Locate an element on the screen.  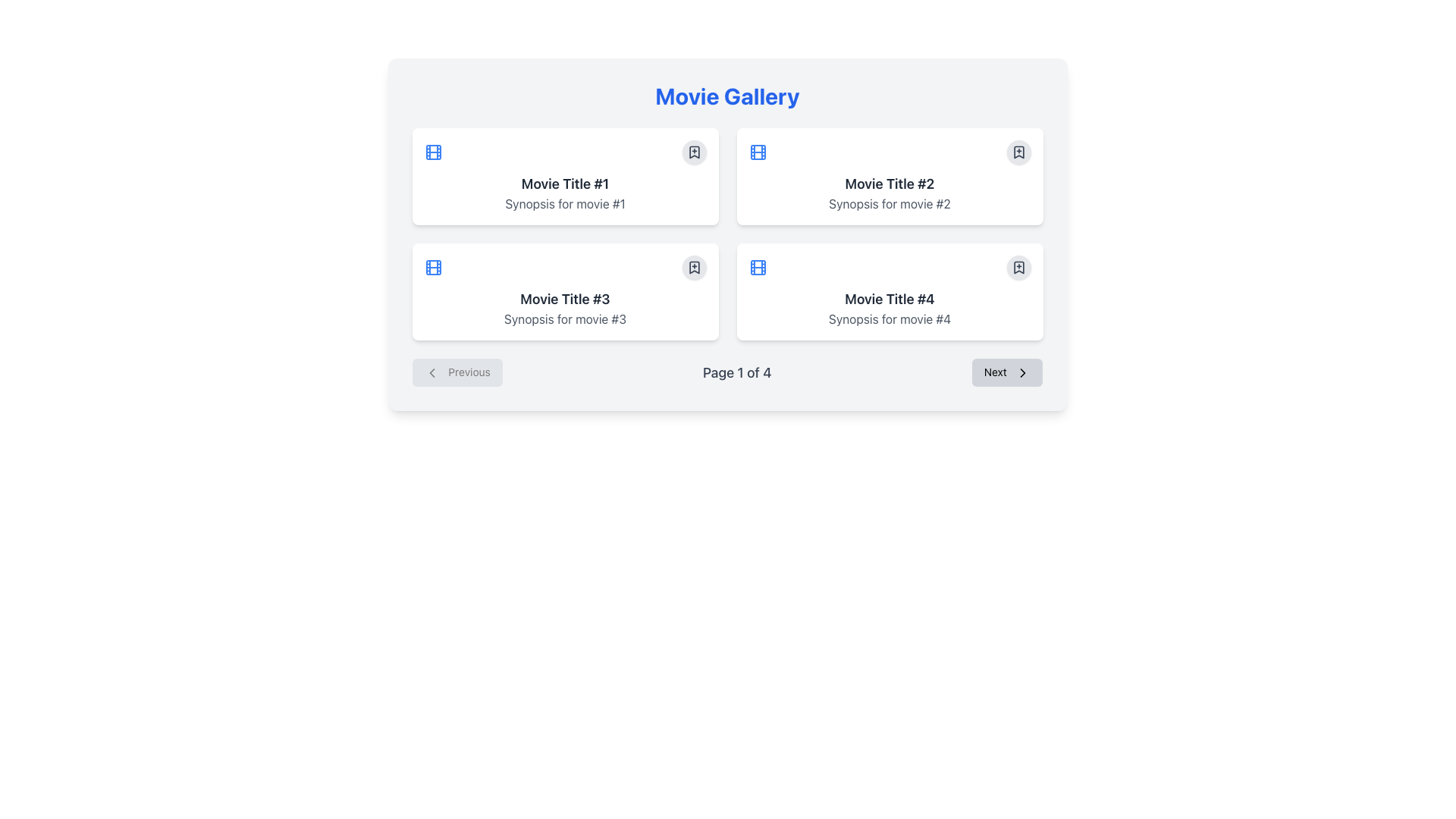
the text providing a brief summary or description for Movie #4, located under the bold header 'Movie Title #4' in the lower-right card of the movie details grid is located at coordinates (890, 318).